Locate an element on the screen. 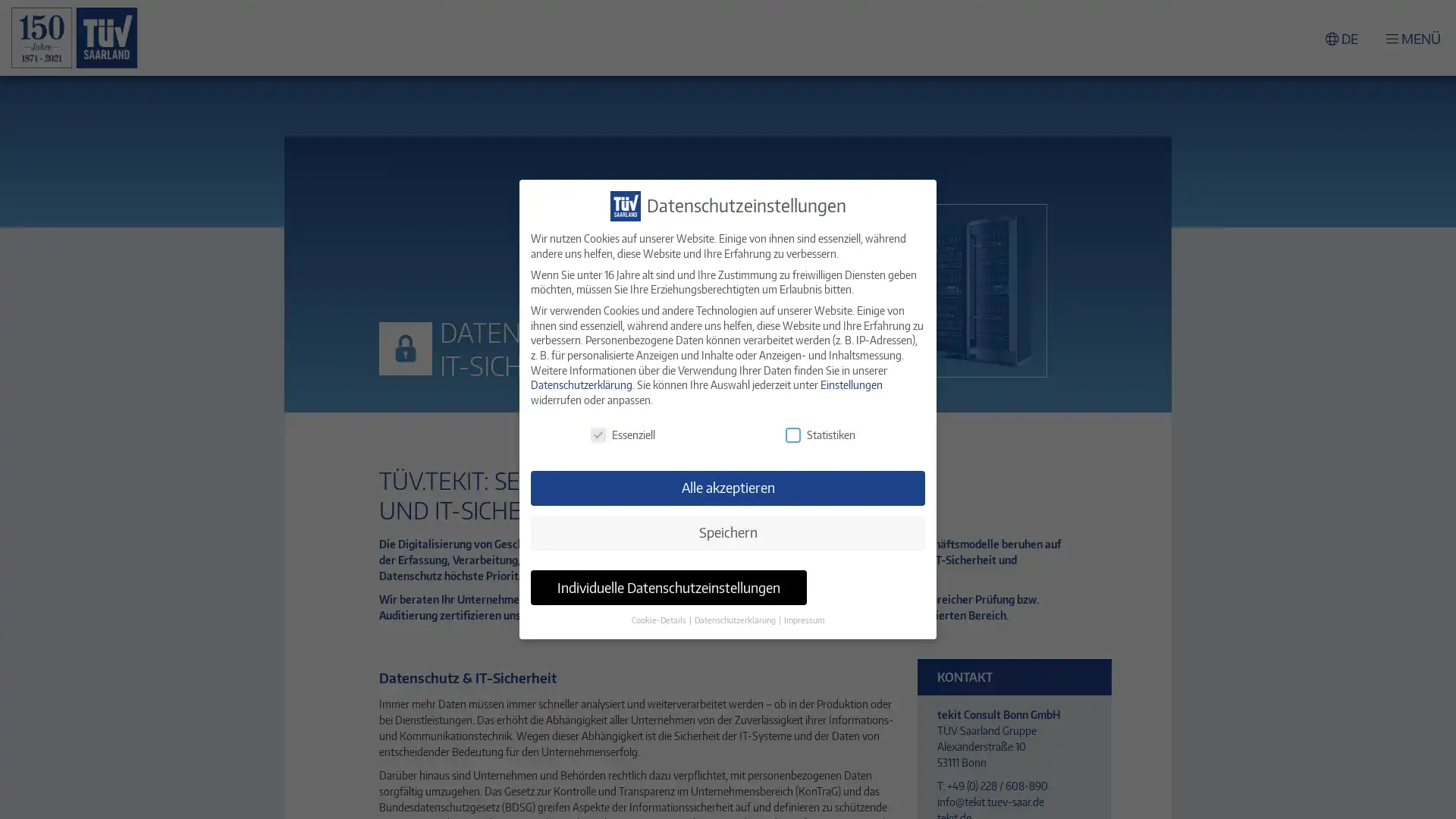 This screenshot has width=1456, height=819. Cookie-Details is located at coordinates (659, 620).